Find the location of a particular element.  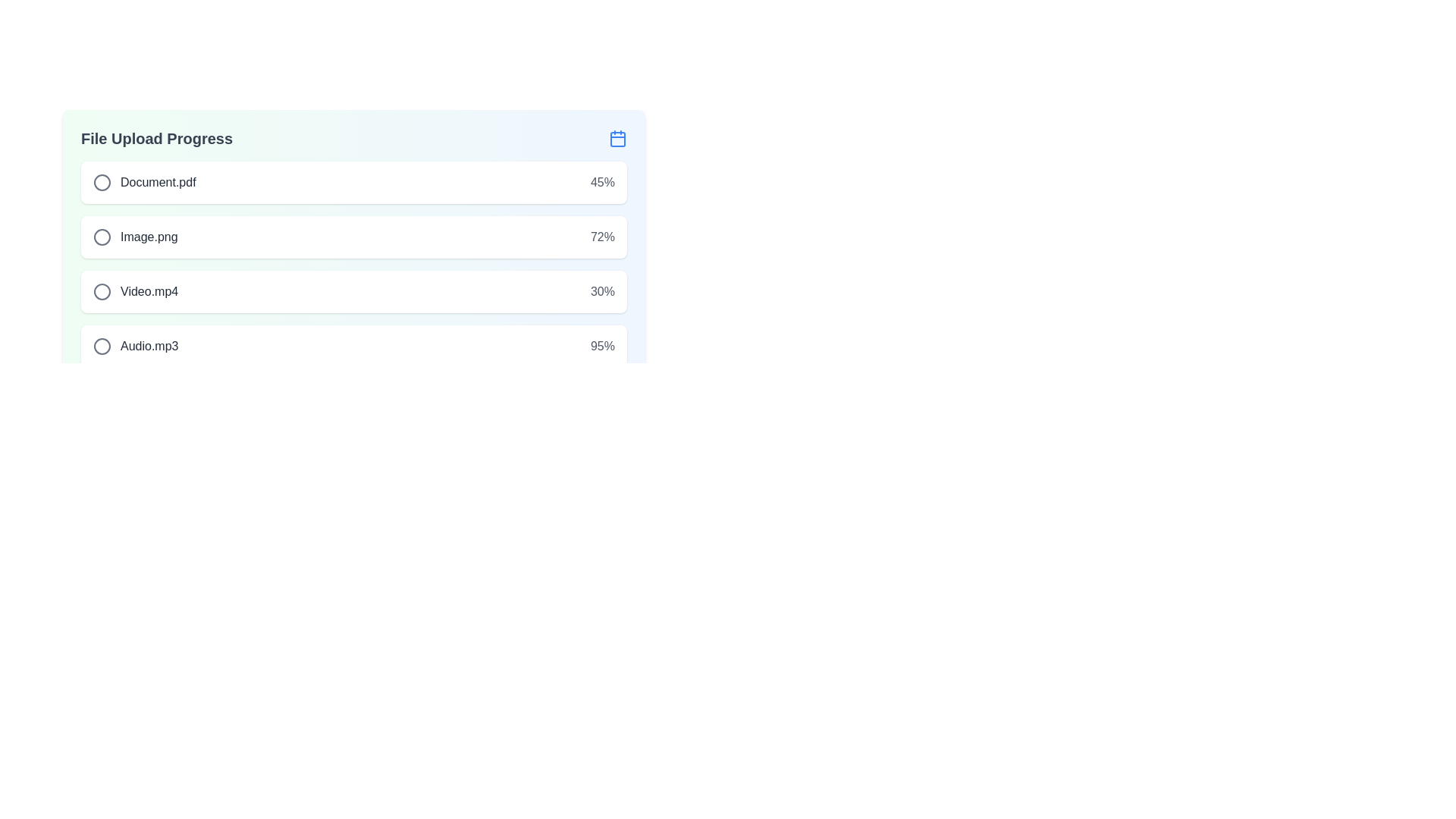

the circular graphical icon associated with 'Document.pdf' is located at coordinates (101, 181).